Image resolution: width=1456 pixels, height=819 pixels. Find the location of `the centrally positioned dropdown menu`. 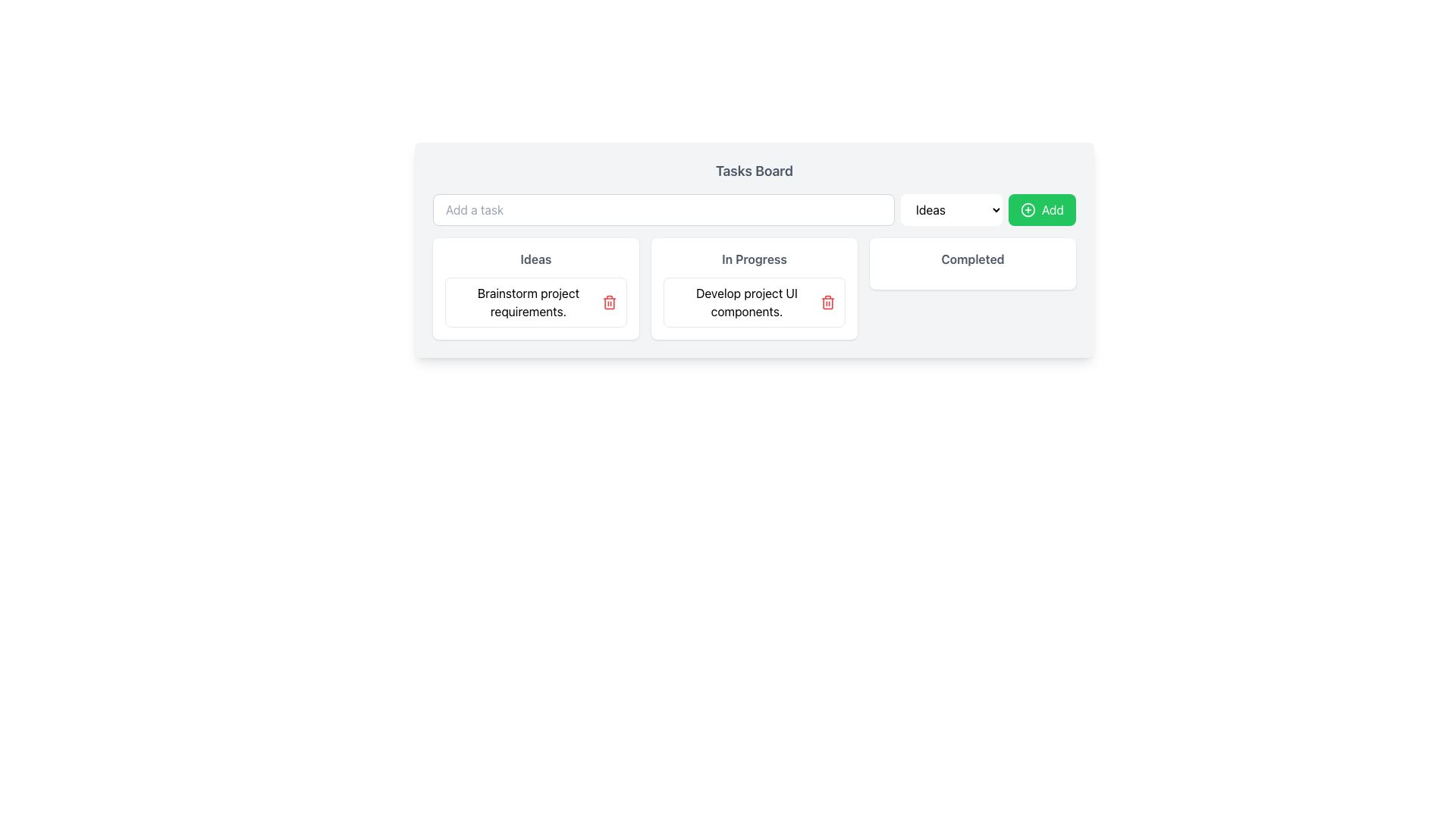

the centrally positioned dropdown menu is located at coordinates (950, 210).